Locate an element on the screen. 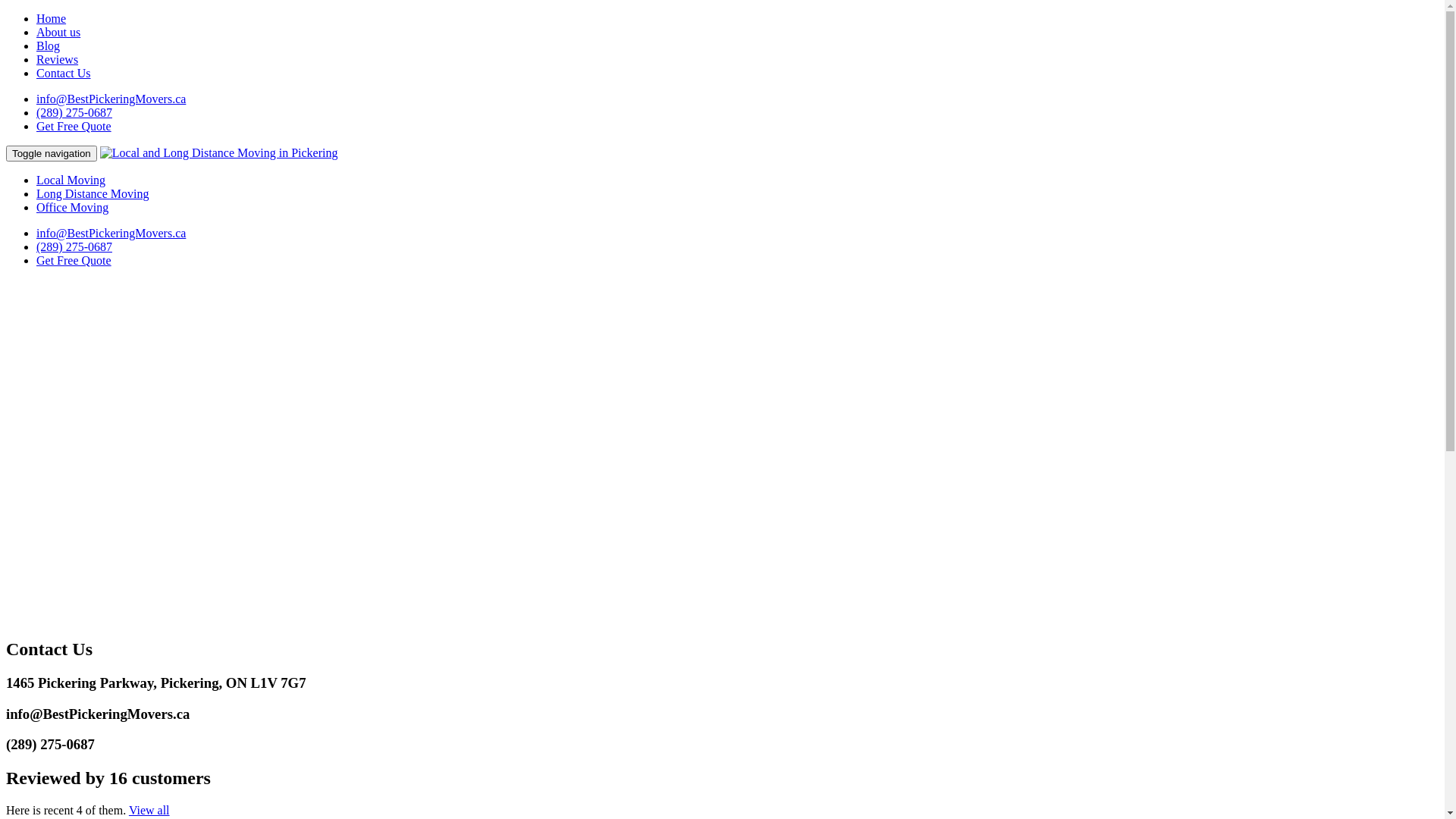 This screenshot has height=819, width=1456. 'Home' is located at coordinates (51, 18).